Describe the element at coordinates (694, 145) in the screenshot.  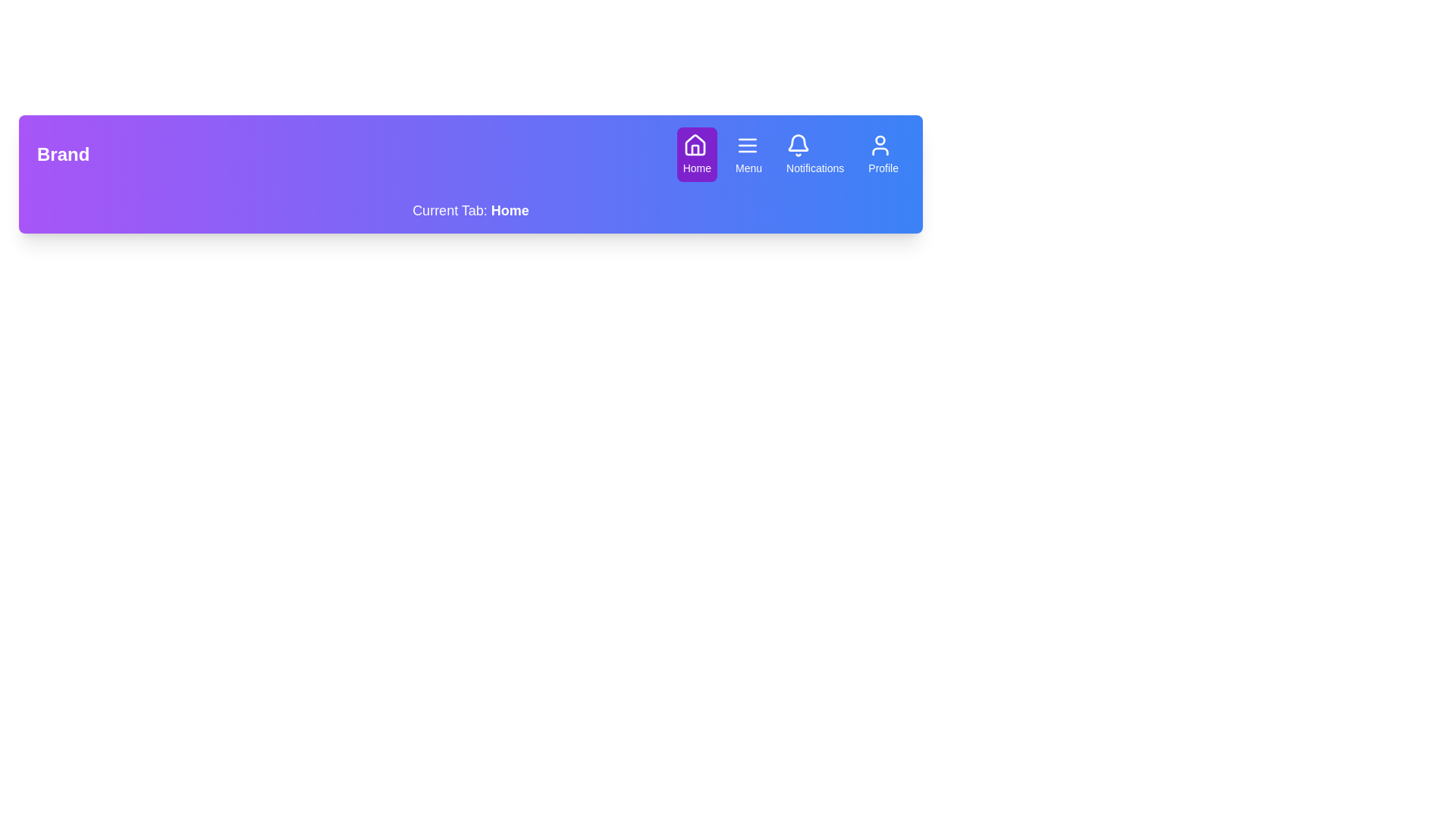
I see `the vibrant house-shaped icon located within the highlighted 'Home' button in the navigation bar` at that location.